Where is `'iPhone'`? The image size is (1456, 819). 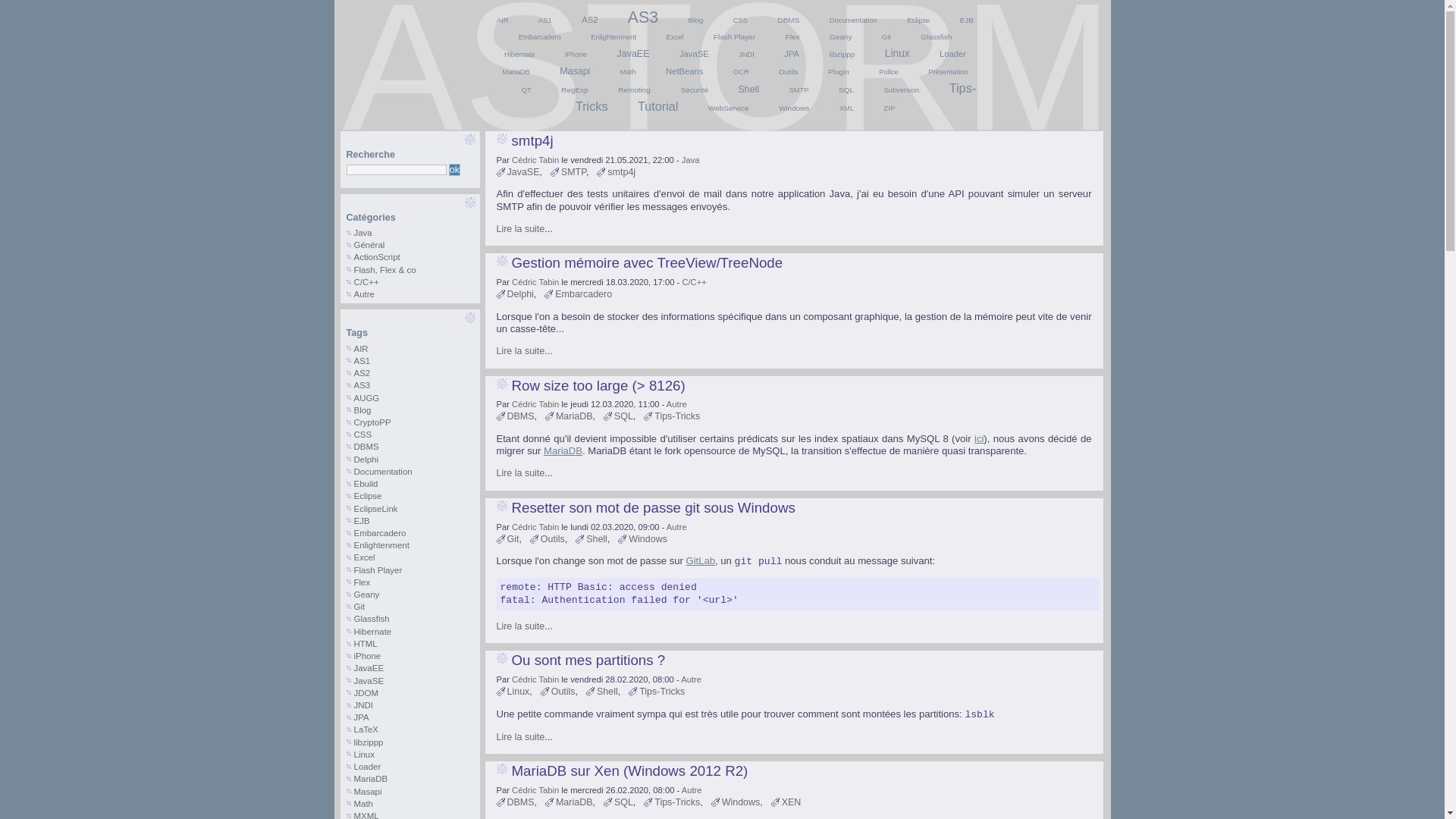
'iPhone' is located at coordinates (575, 54).